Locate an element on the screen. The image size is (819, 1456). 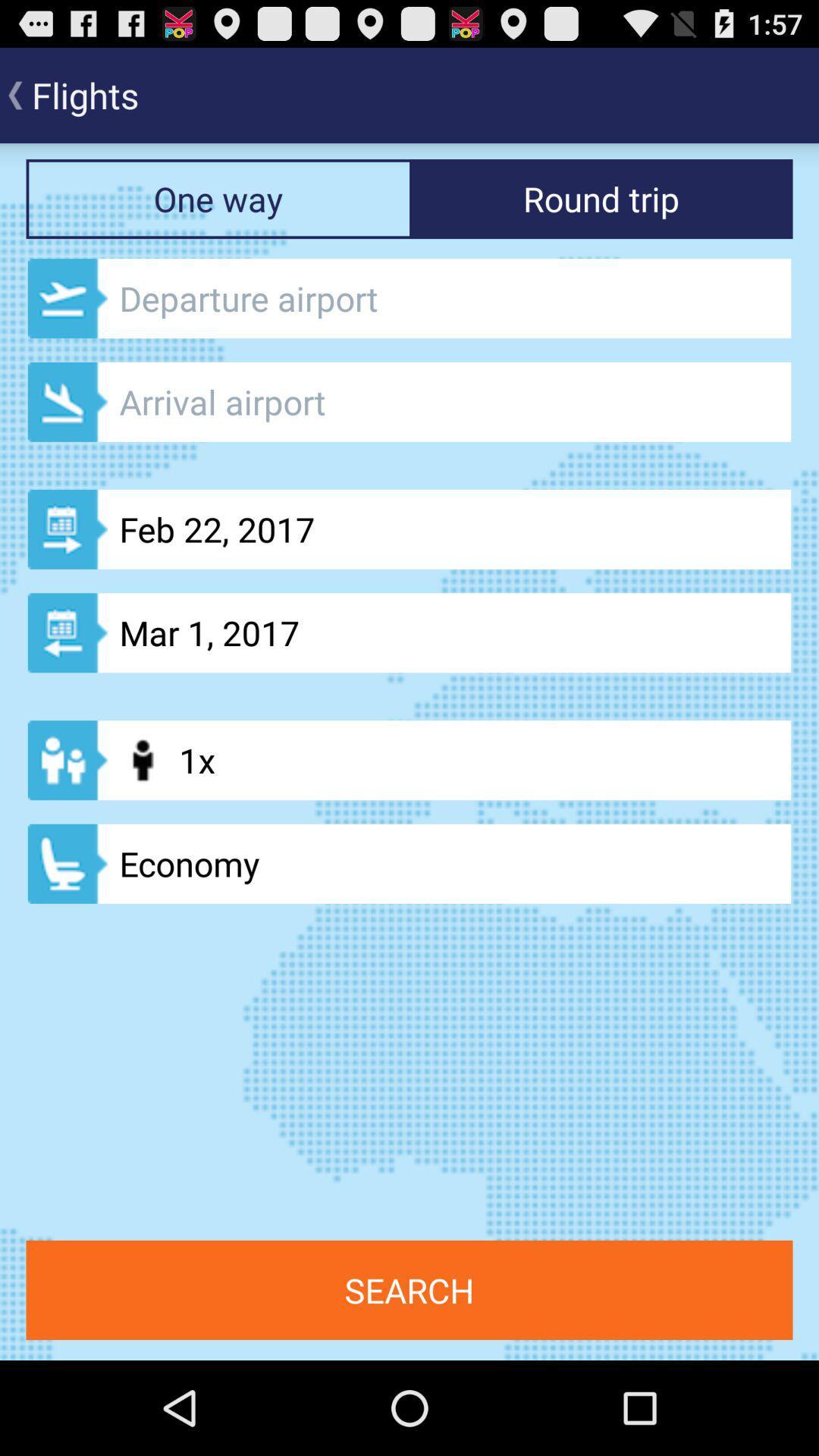
the blue icon which is left side of the 1x is located at coordinates (67, 760).